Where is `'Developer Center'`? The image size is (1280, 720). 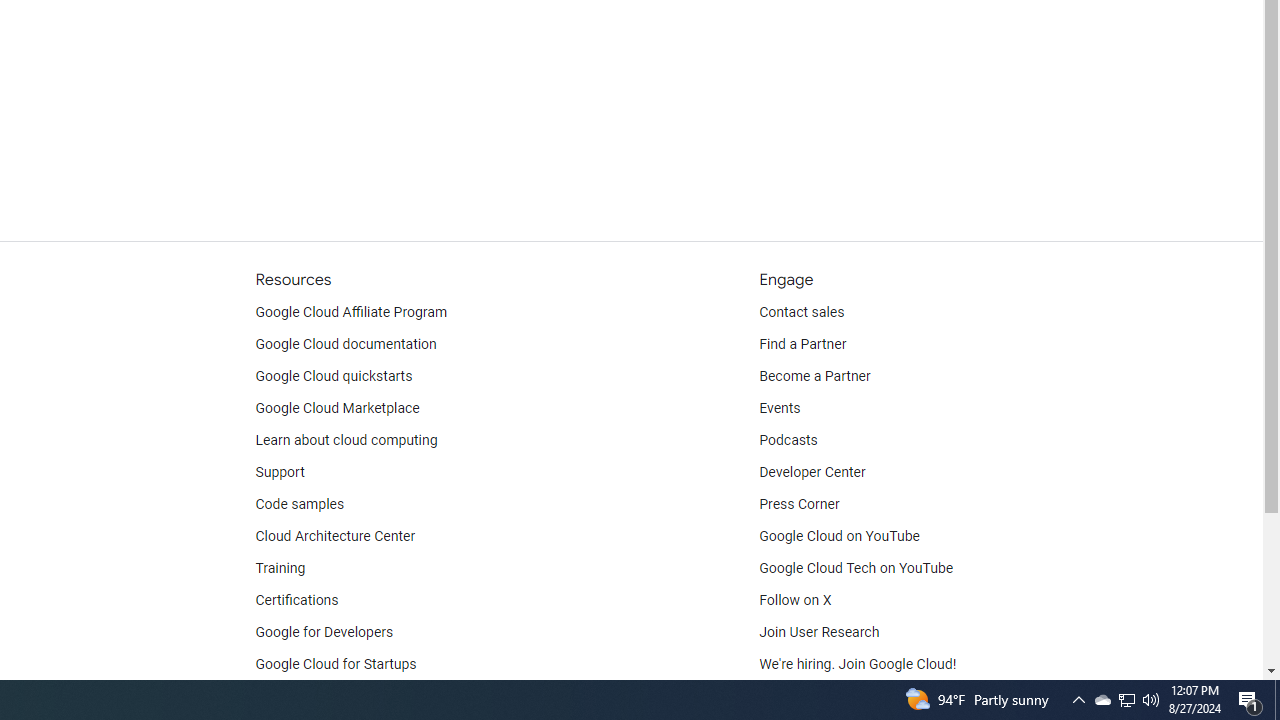
'Developer Center' is located at coordinates (812, 473).